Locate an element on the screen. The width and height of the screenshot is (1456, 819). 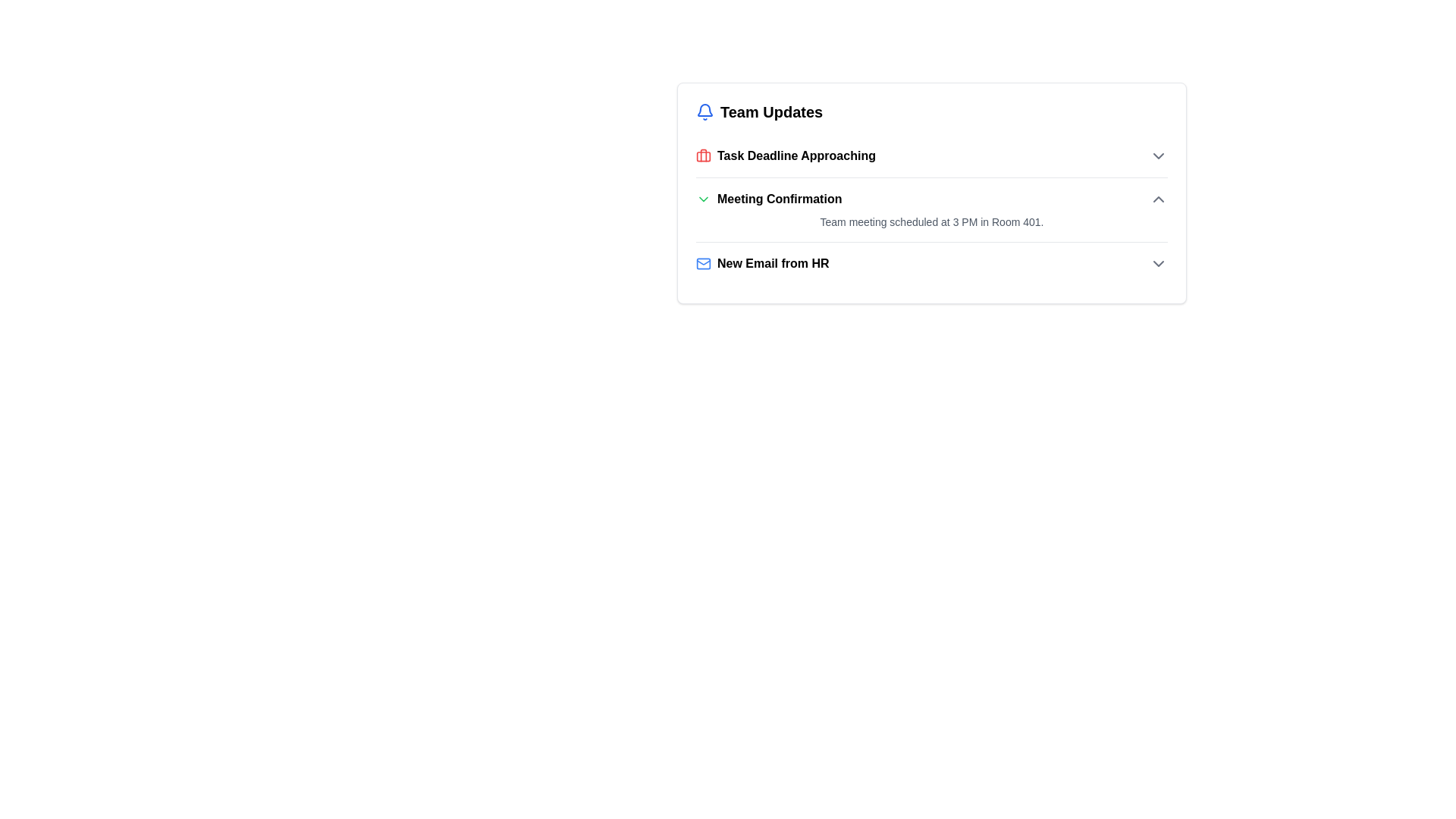
the button located to the far right of the 'Task Deadline Approaching' notification row is located at coordinates (1157, 155).